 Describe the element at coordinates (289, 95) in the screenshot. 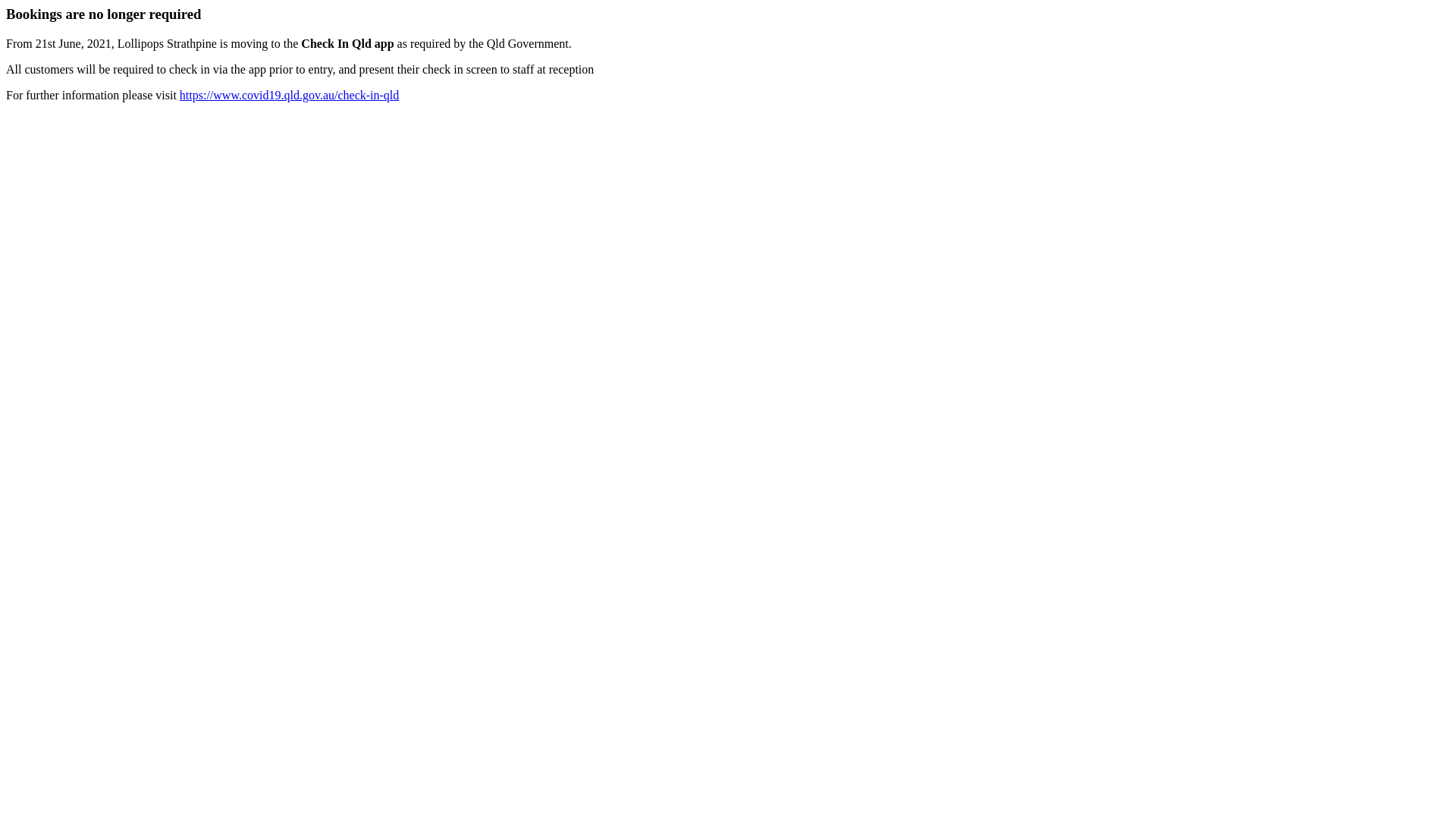

I see `'https://www.covid19.qld.gov.au/check-in-qld'` at that location.